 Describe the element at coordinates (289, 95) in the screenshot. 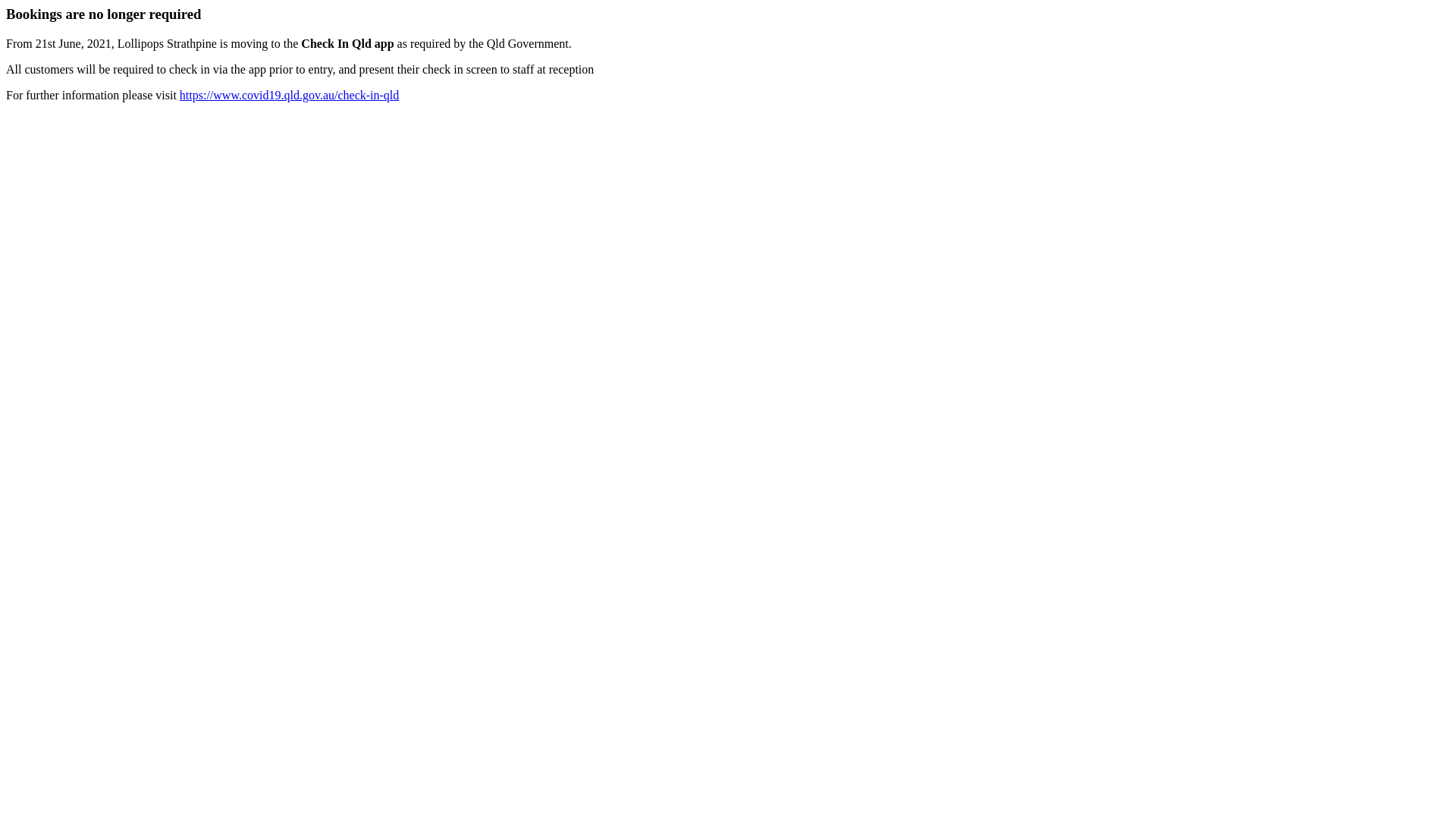

I see `'https://www.covid19.qld.gov.au/check-in-qld'` at that location.